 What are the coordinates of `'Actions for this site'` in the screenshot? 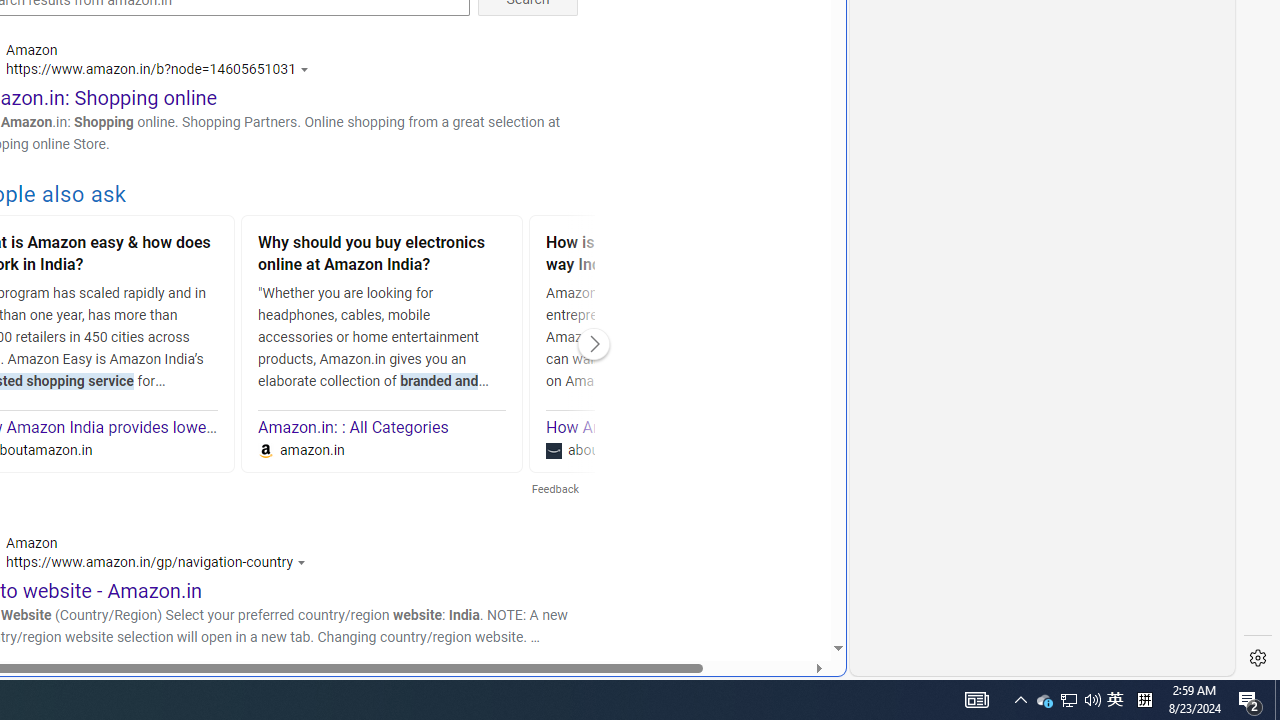 It's located at (304, 563).